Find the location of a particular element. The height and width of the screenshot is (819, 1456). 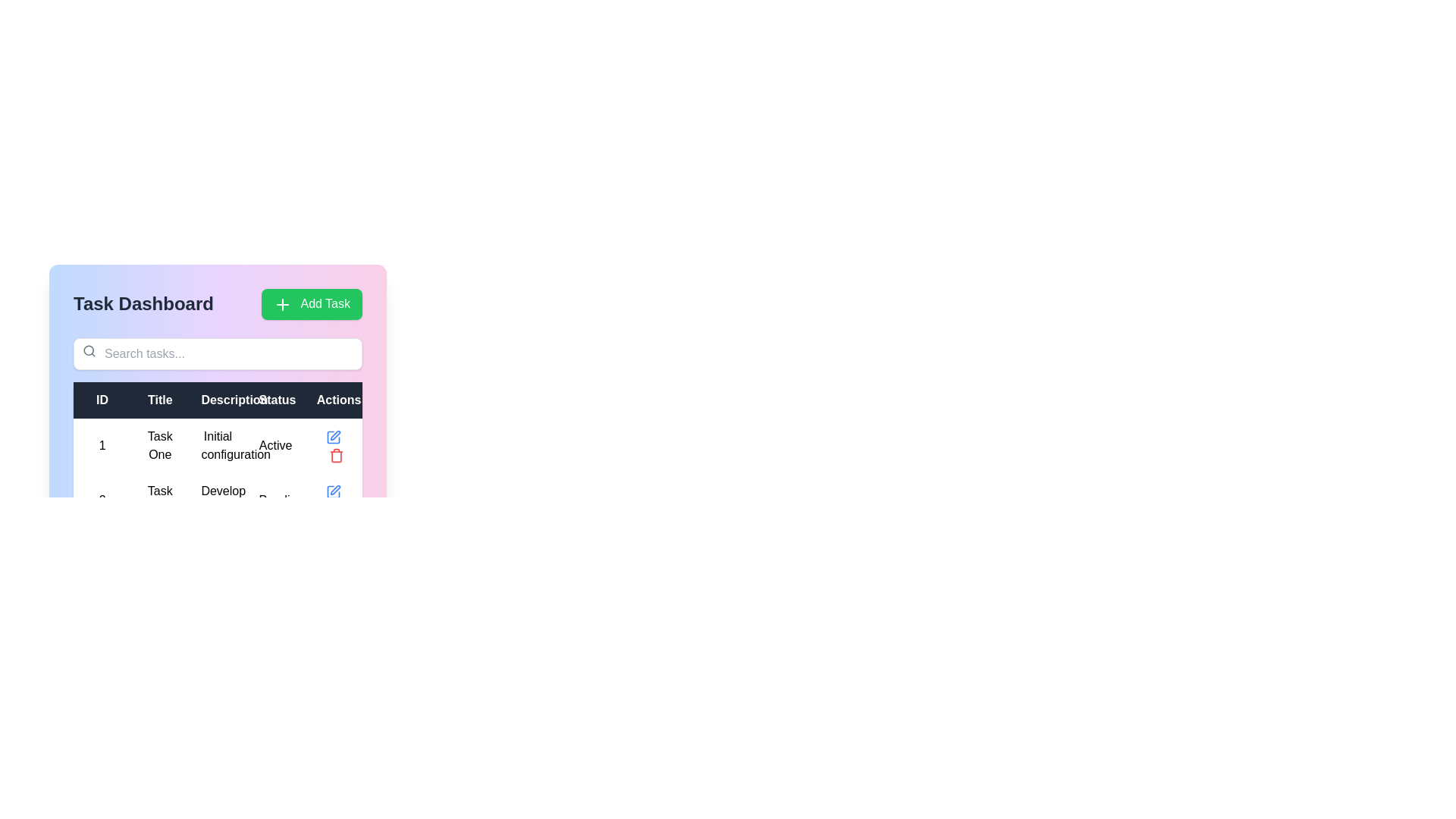

the 'Actions' text label in the table header, which is displayed in white text on a dark blue background and is the fifth column's header is located at coordinates (332, 399).